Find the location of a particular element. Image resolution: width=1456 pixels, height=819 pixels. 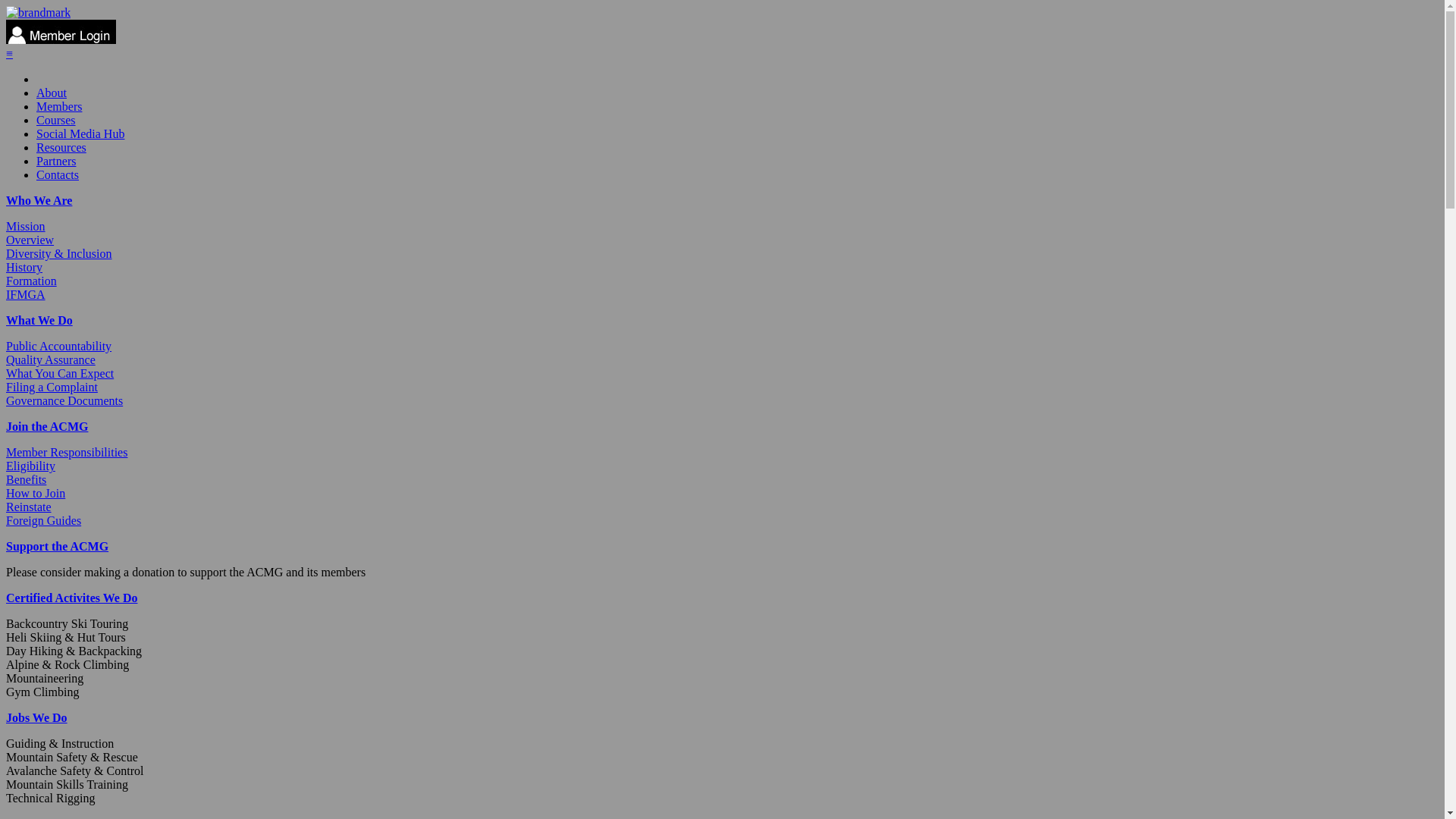

'Benefits' is located at coordinates (26, 479).